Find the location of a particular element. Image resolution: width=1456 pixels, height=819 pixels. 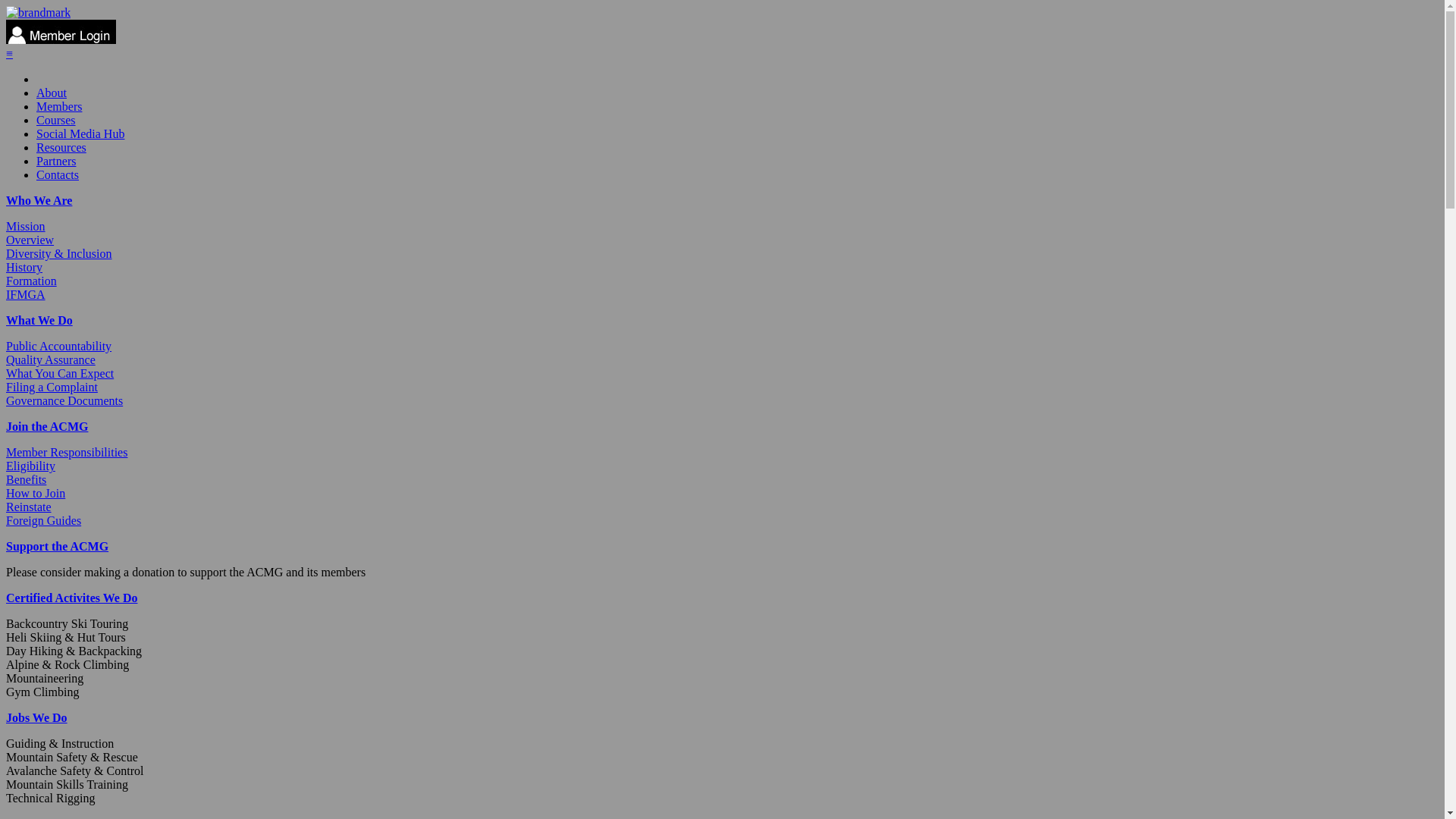

'Benefits' is located at coordinates (26, 479).